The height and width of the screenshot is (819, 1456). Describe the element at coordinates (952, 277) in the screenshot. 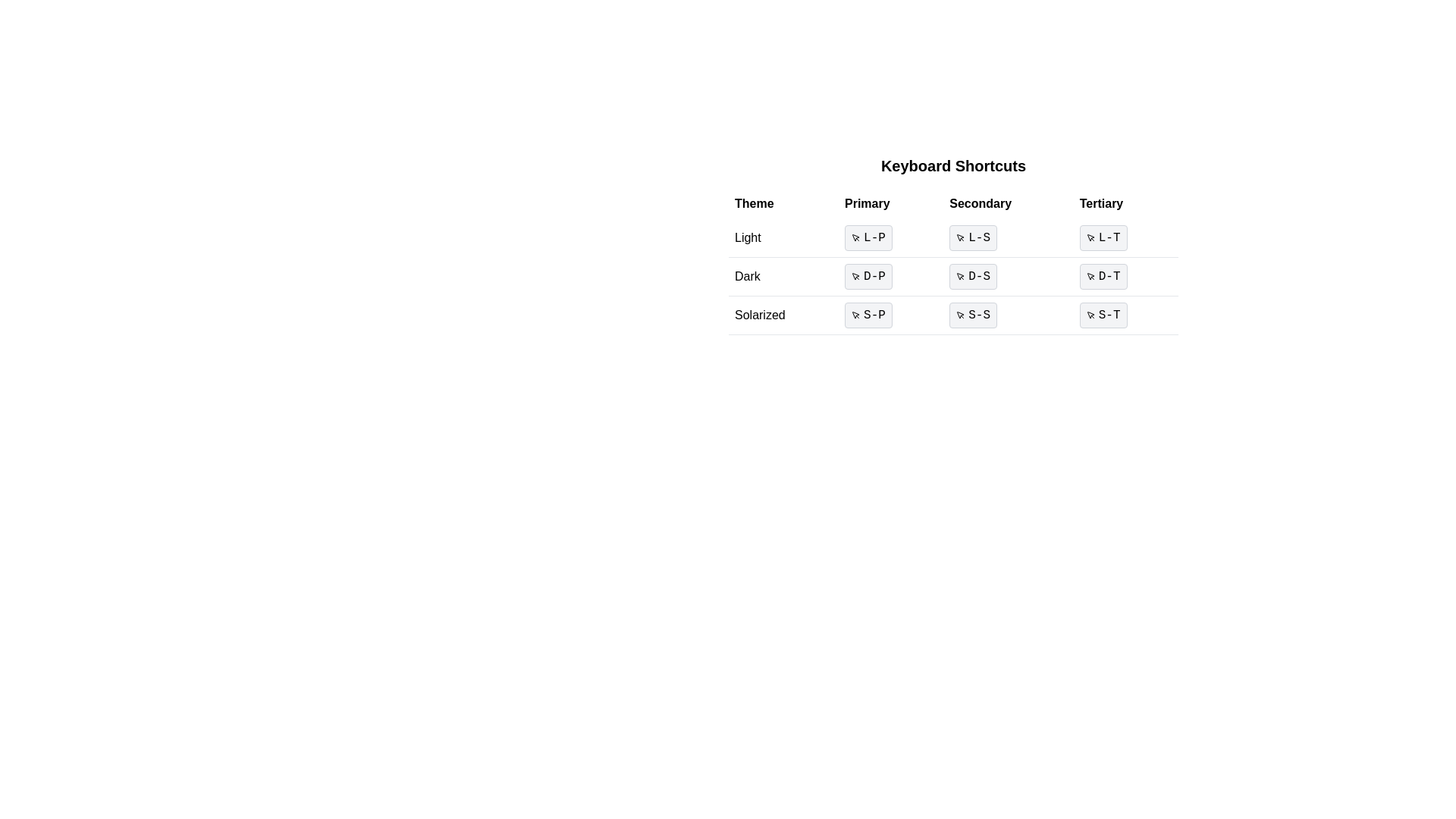

I see `the rounded, bordered button labeled 'D-S' with a mouse pointer icon located in the 'Dark' row under the 'Secondary' column, as it is the second button in that row` at that location.